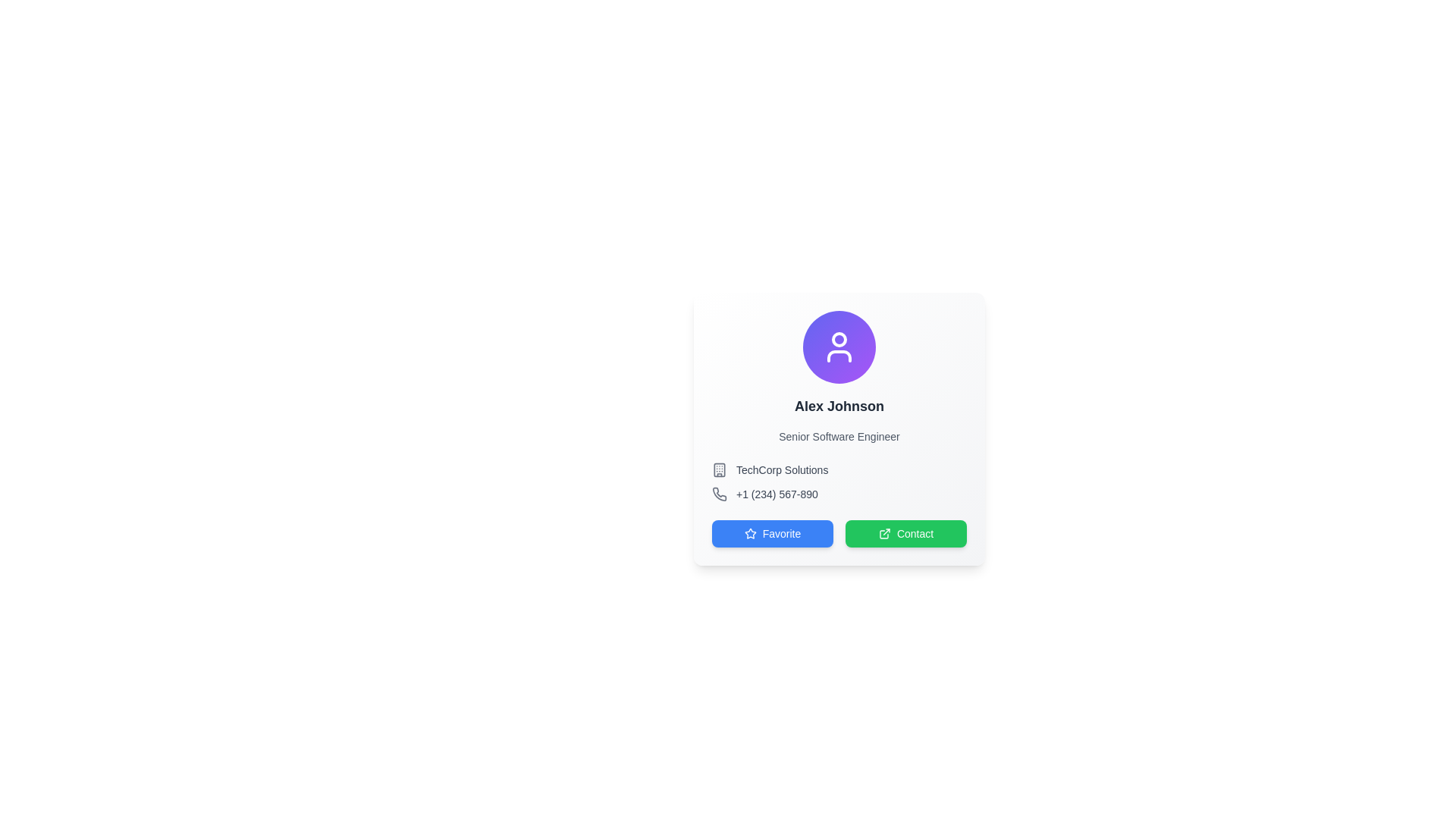 This screenshot has height=819, width=1456. Describe the element at coordinates (839, 338) in the screenshot. I see `the small circular SVG Circle with a white border located at the center of the user avatar icon at the top of the user card layout` at that location.